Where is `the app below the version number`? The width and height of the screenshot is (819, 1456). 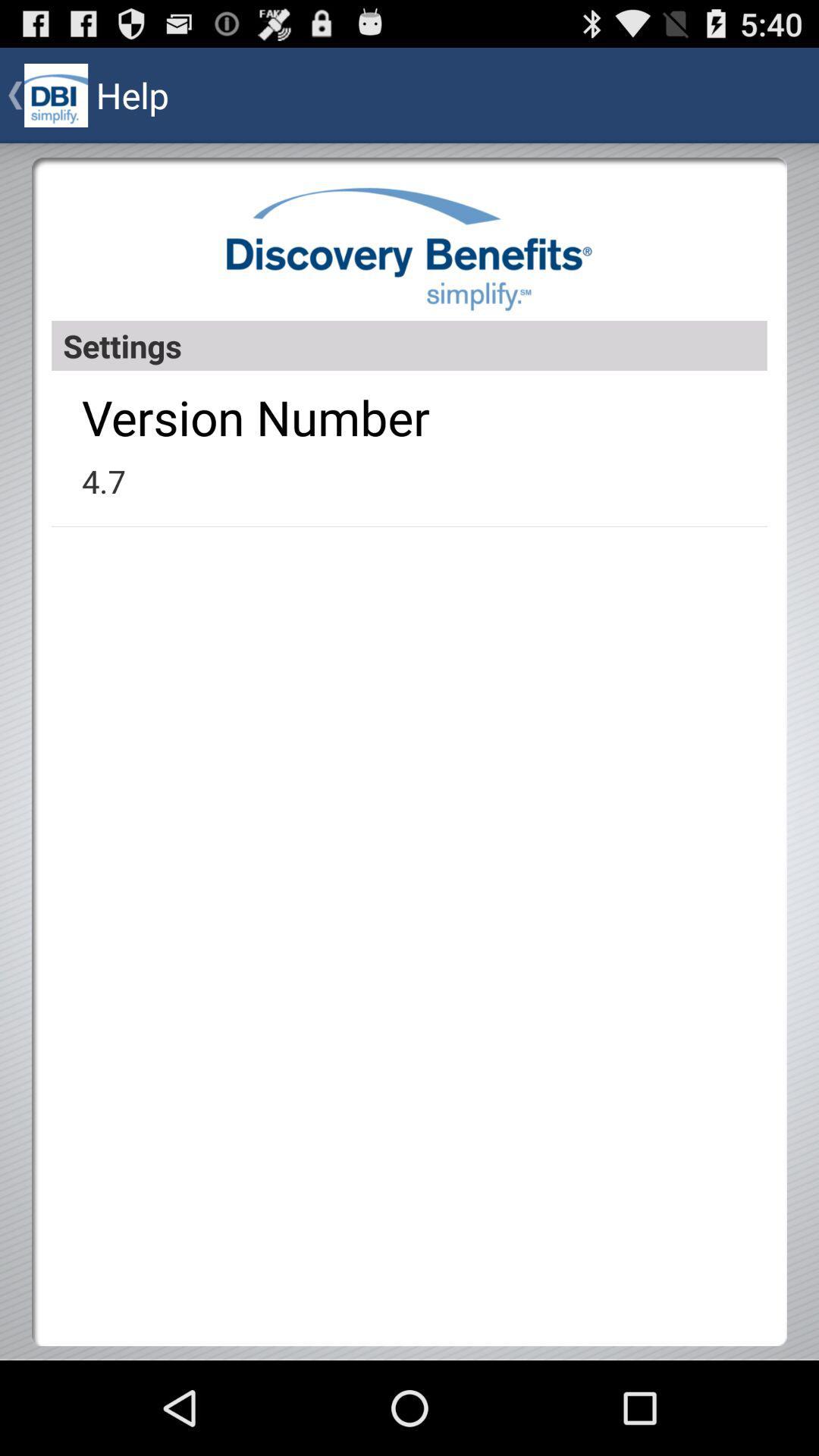 the app below the version number is located at coordinates (102, 480).